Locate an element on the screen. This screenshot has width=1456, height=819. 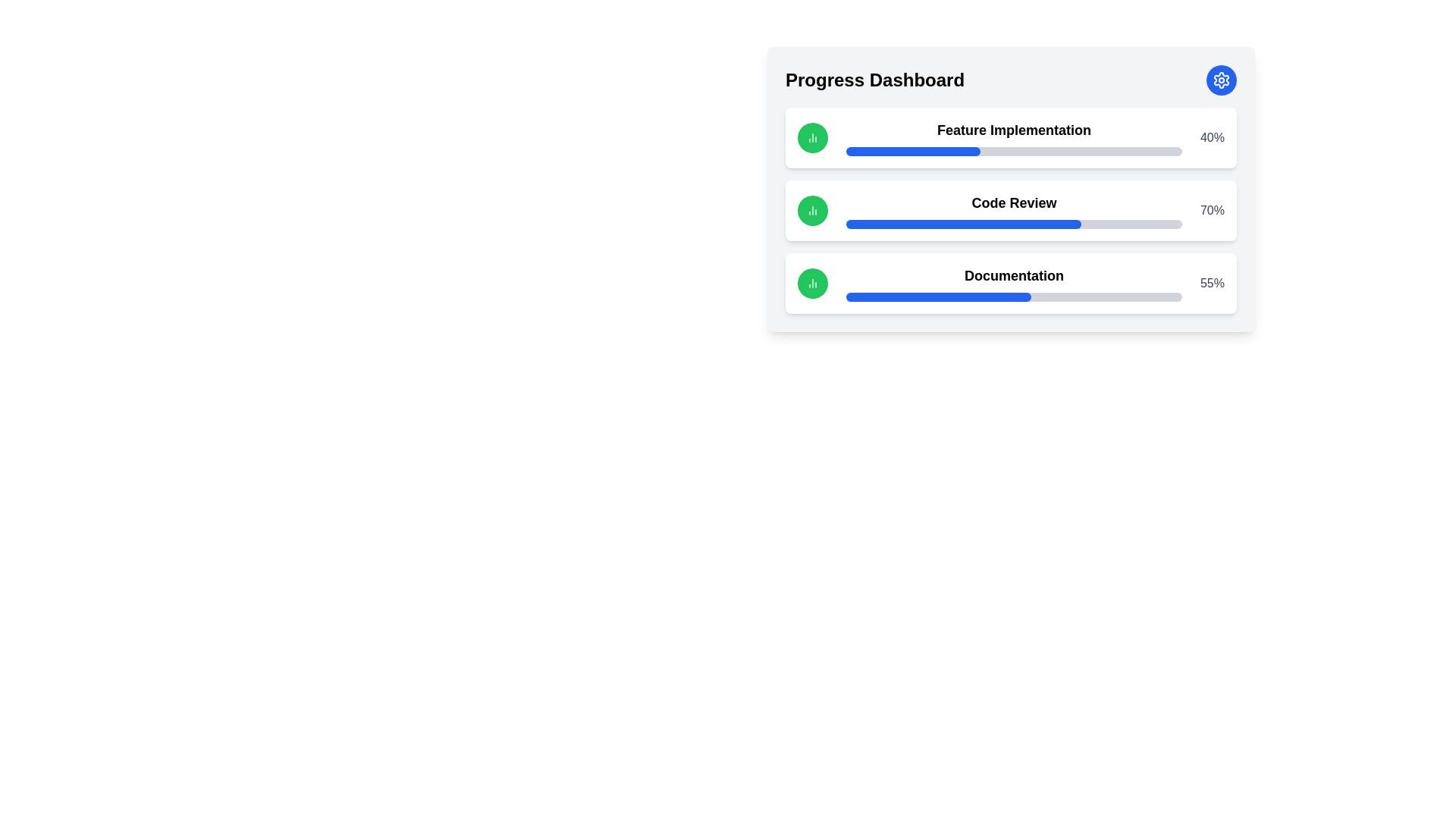
the text label displaying 'Feature Implementation' is located at coordinates (1014, 137).